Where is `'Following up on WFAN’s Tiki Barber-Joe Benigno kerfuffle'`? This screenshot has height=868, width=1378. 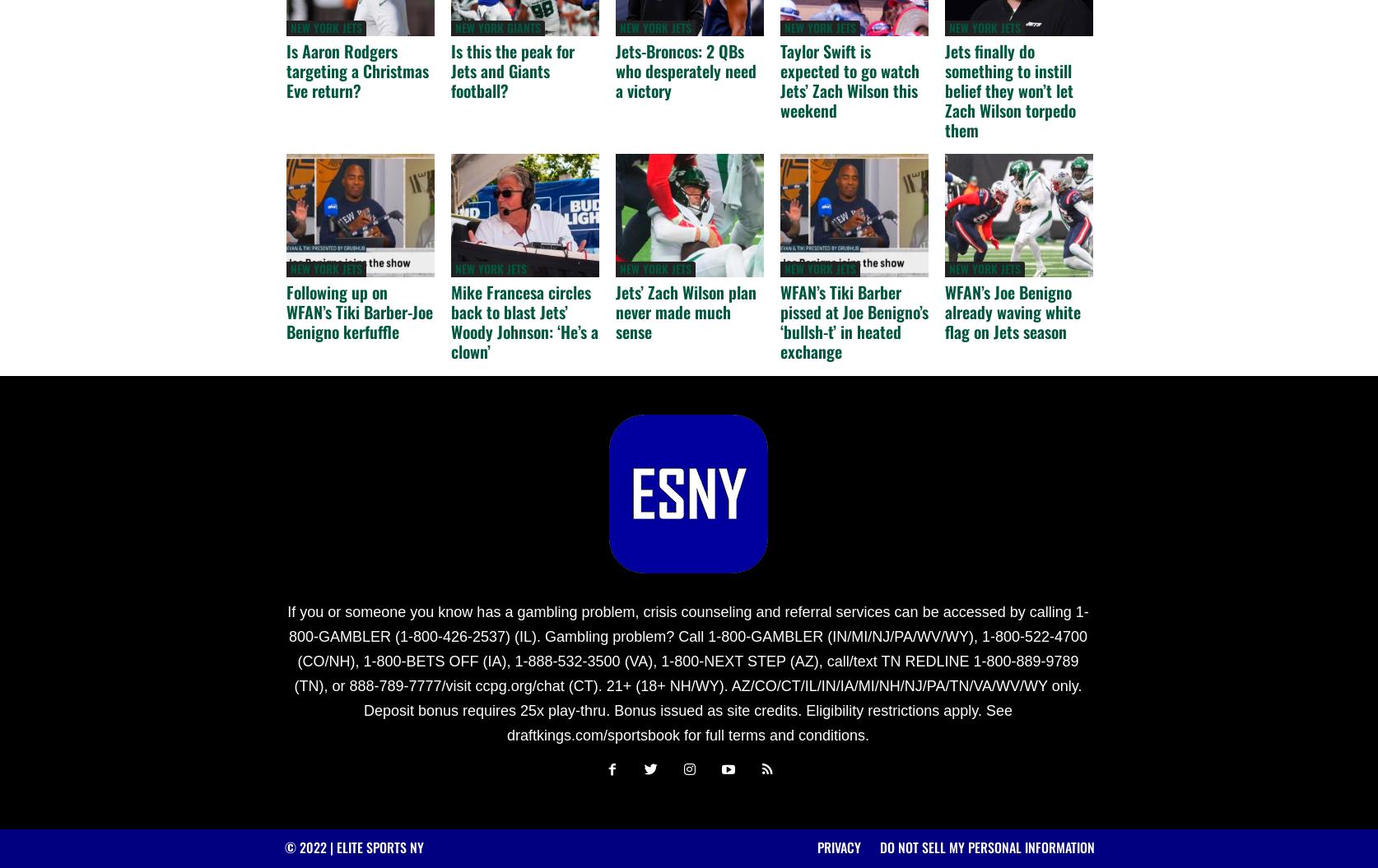
'Following up on WFAN’s Tiki Barber-Joe Benigno kerfuffle' is located at coordinates (286, 311).